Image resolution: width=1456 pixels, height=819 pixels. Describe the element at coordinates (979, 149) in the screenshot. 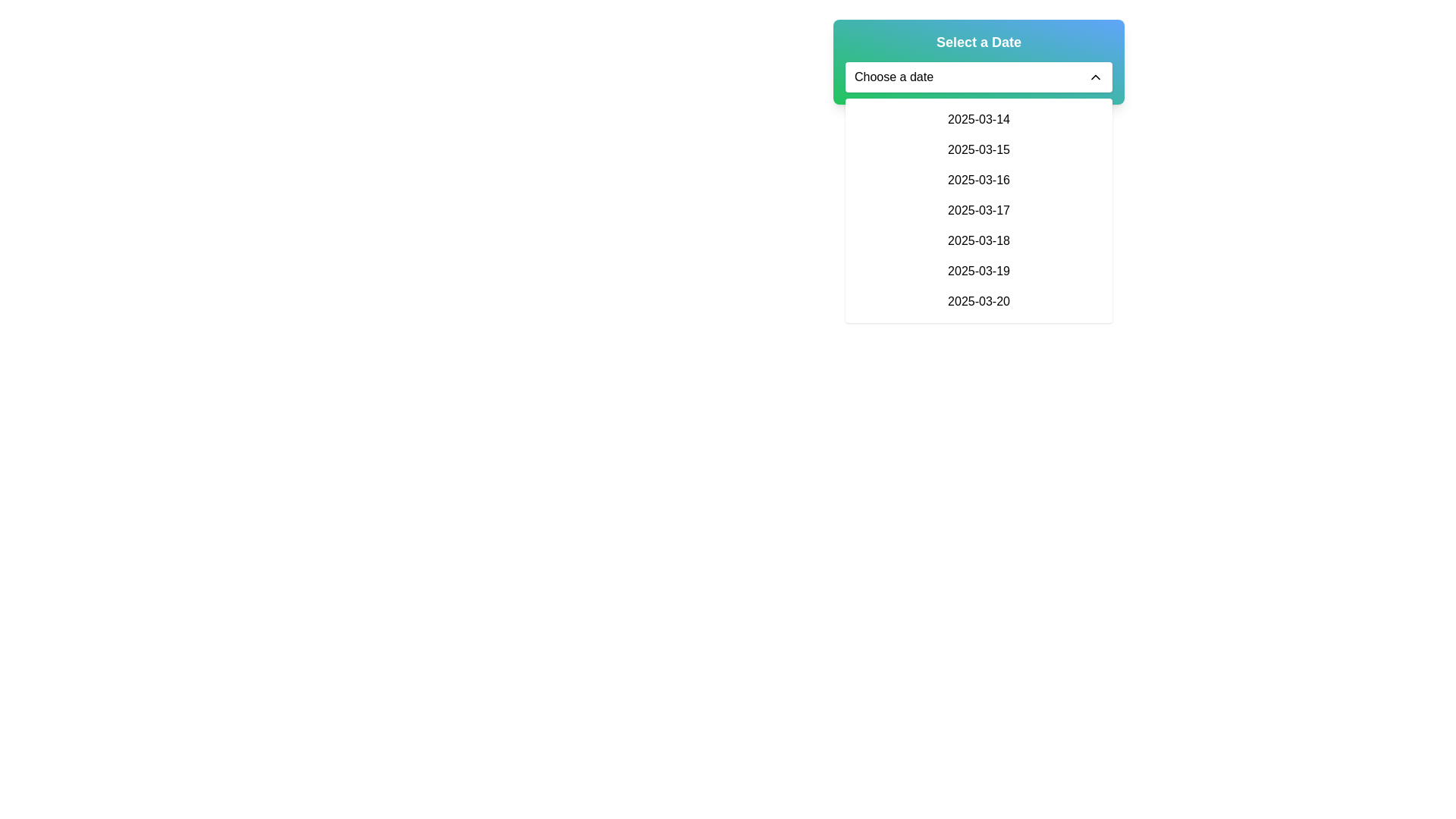

I see `the selectable date '2025-03-15' in the dropdown menu, which is the second option in the list of dates` at that location.